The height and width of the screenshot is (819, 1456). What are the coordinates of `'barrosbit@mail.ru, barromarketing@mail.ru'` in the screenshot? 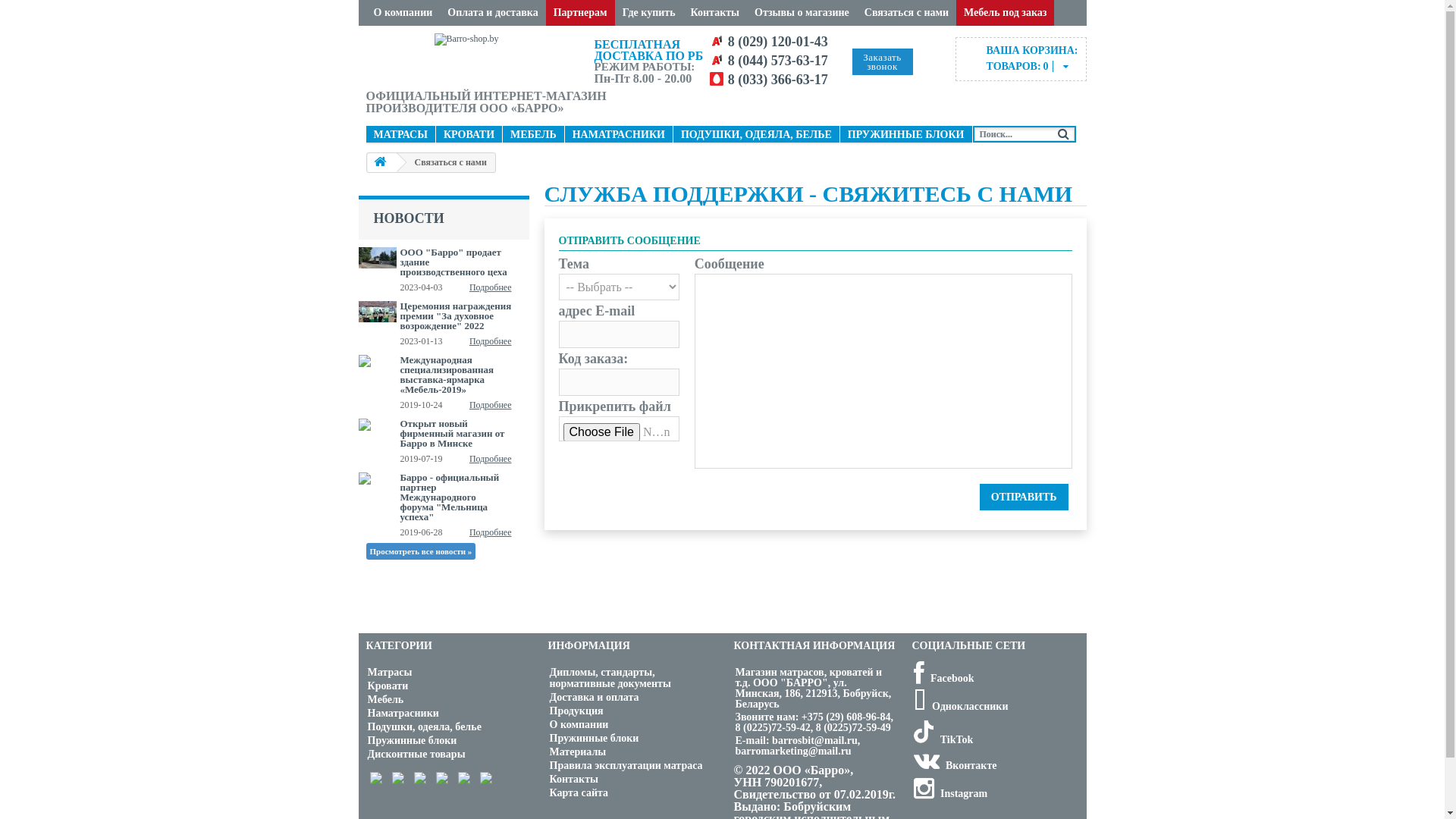 It's located at (797, 745).